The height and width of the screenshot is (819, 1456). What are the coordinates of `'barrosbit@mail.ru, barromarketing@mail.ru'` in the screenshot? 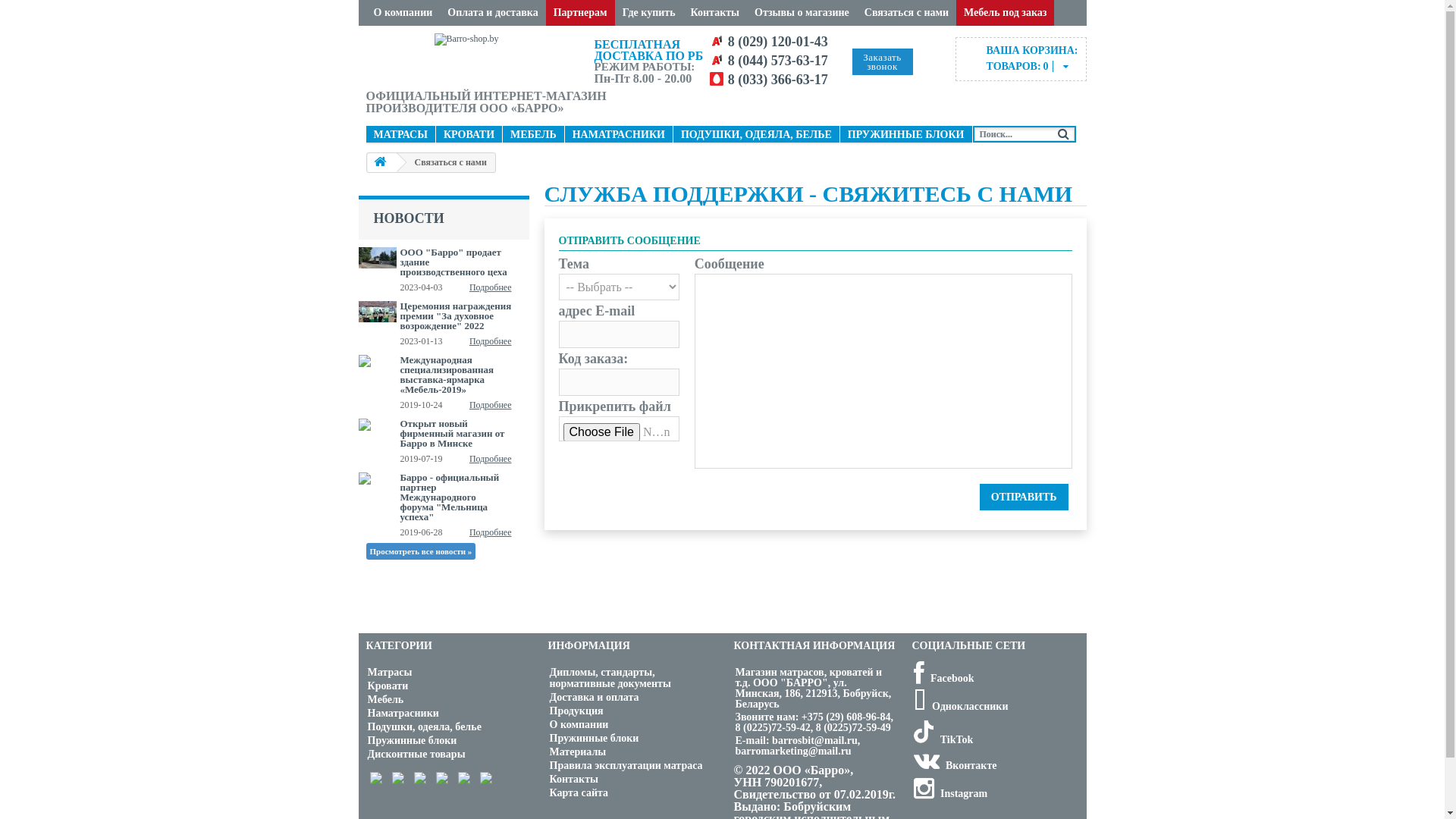 It's located at (797, 745).